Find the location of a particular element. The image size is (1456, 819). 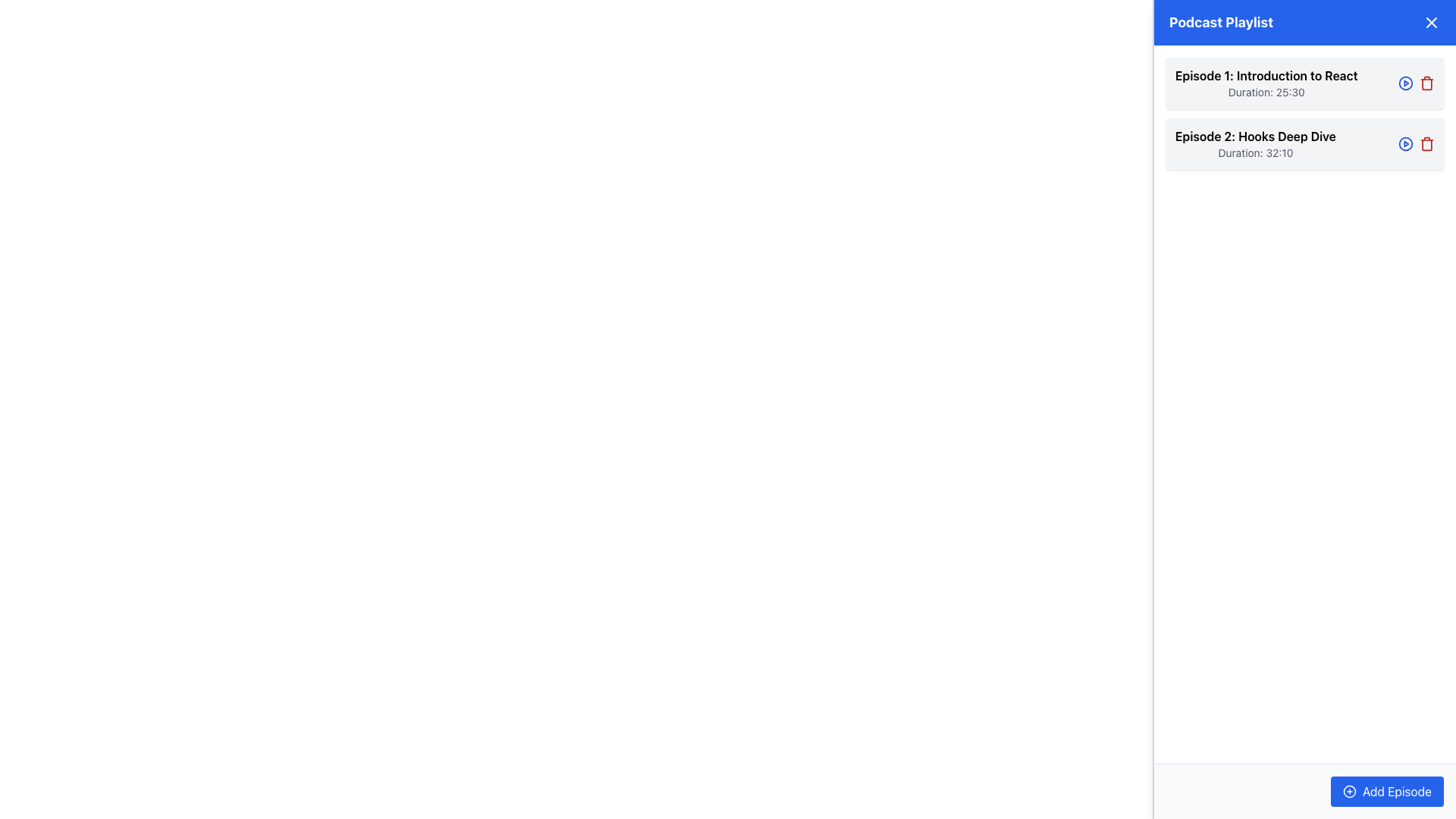

the podcast episode entry located at the topmost slot of the list displayed in the right-hand panel, which has a light gray background and slightly rounded corners is located at coordinates (1266, 83).